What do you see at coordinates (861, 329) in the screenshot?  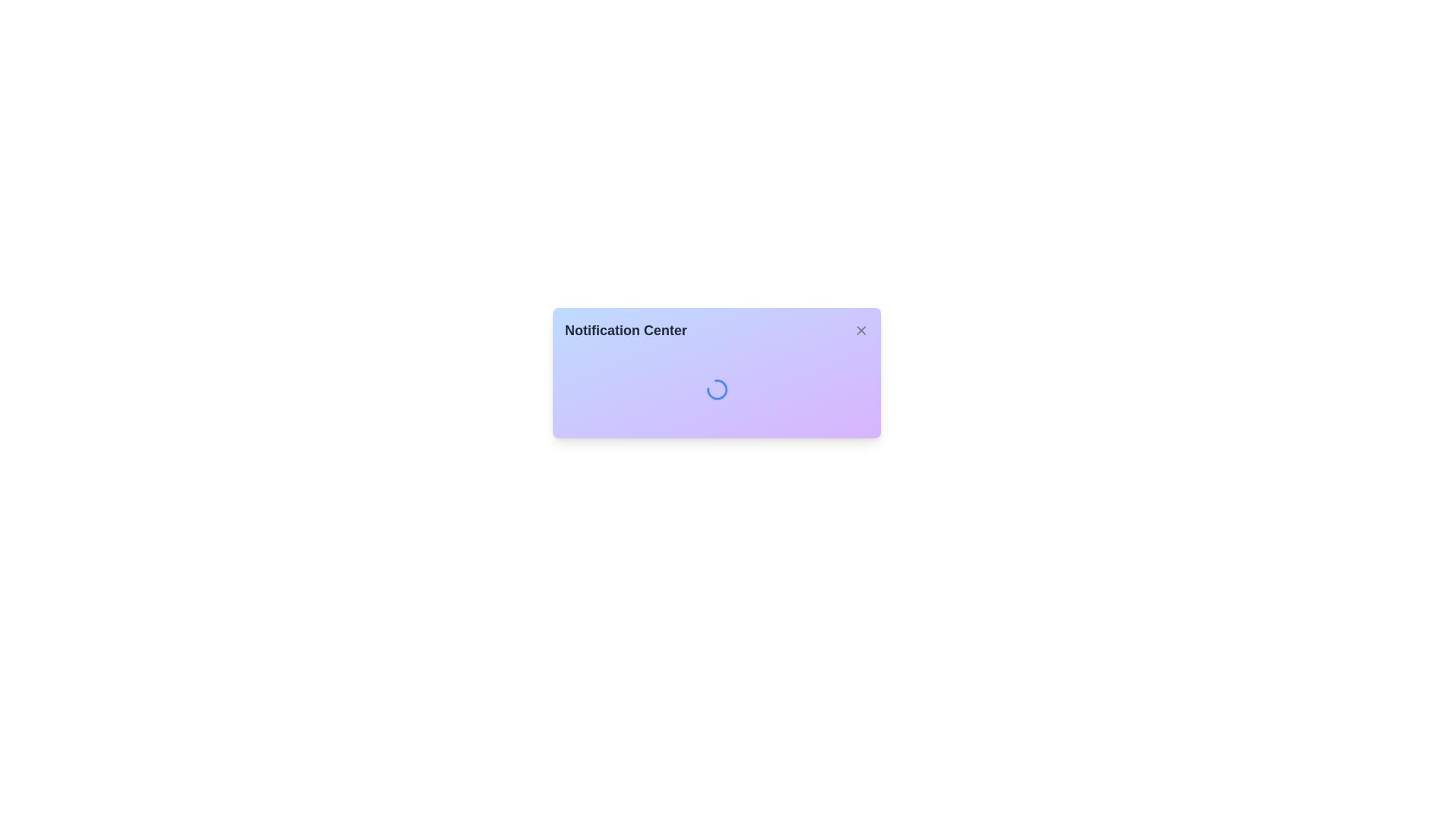 I see `the close button located in the top-right corner of the notification panel, adjacent to the 'Notification Center' title` at bounding box center [861, 329].